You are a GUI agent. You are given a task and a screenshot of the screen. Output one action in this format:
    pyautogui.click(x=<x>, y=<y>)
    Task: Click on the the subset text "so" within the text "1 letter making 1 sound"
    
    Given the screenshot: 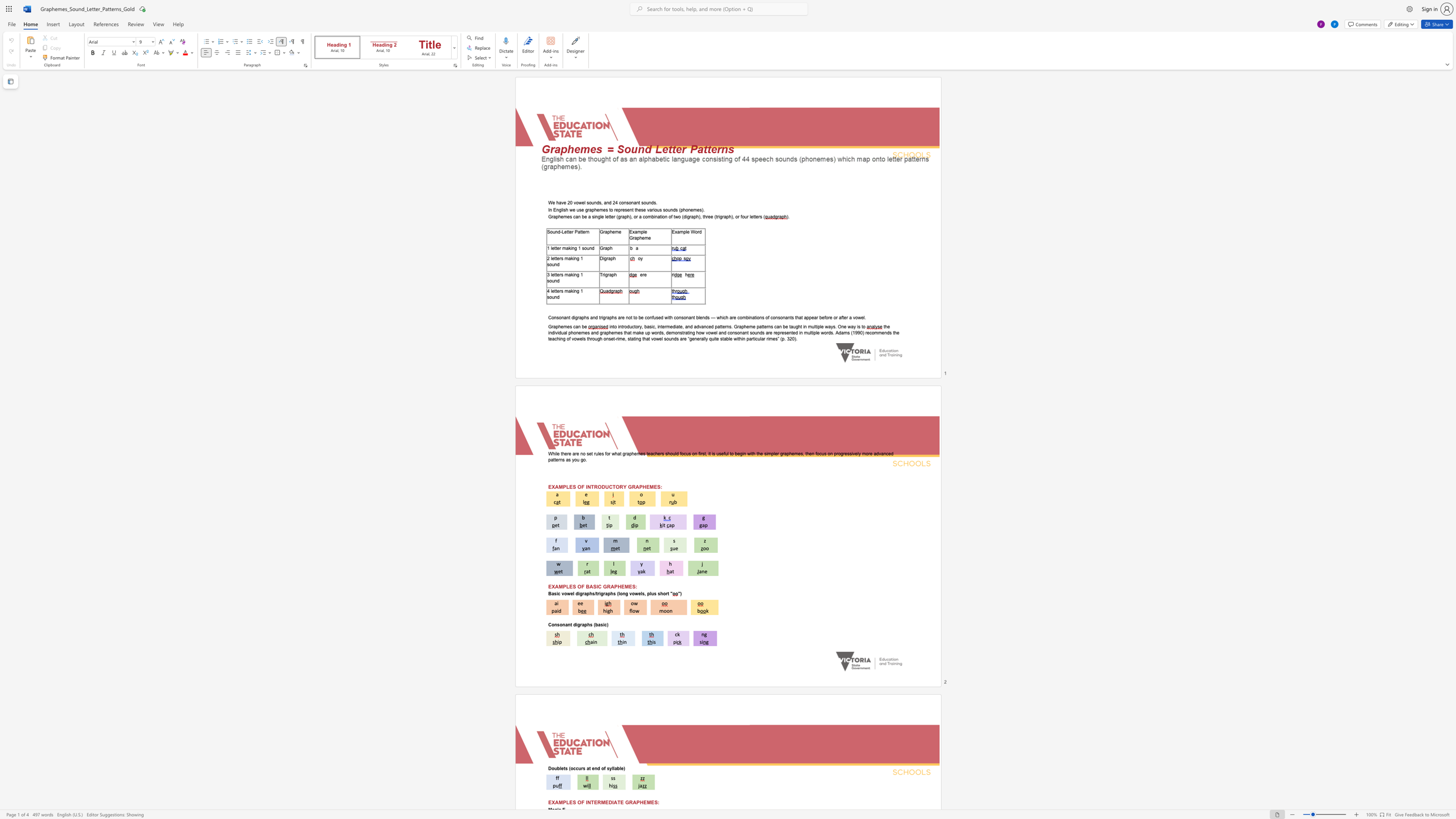 What is the action you would take?
    pyautogui.click(x=581, y=248)
    